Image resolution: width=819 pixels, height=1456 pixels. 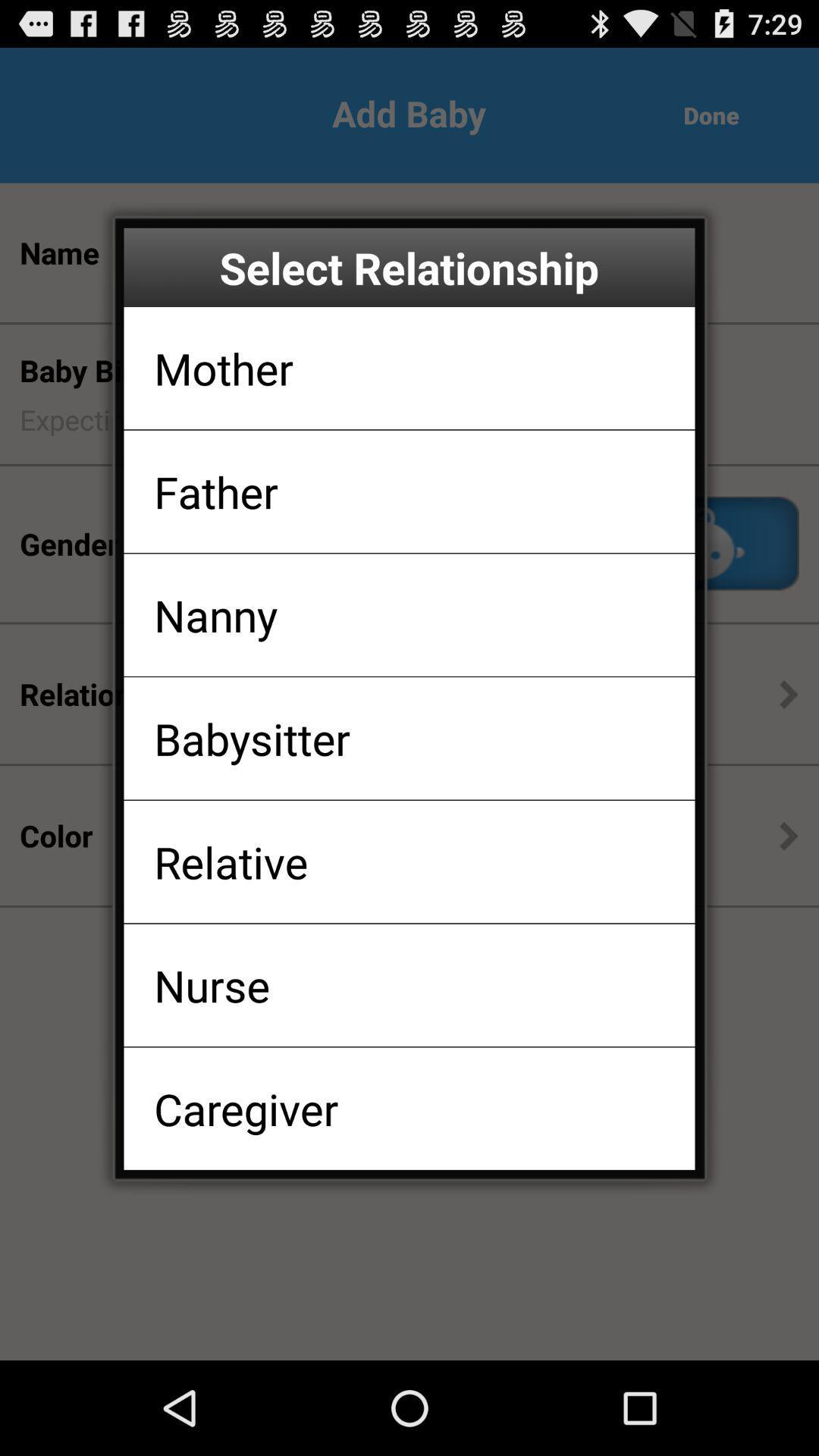 What do you see at coordinates (251, 738) in the screenshot?
I see `babysitter` at bounding box center [251, 738].